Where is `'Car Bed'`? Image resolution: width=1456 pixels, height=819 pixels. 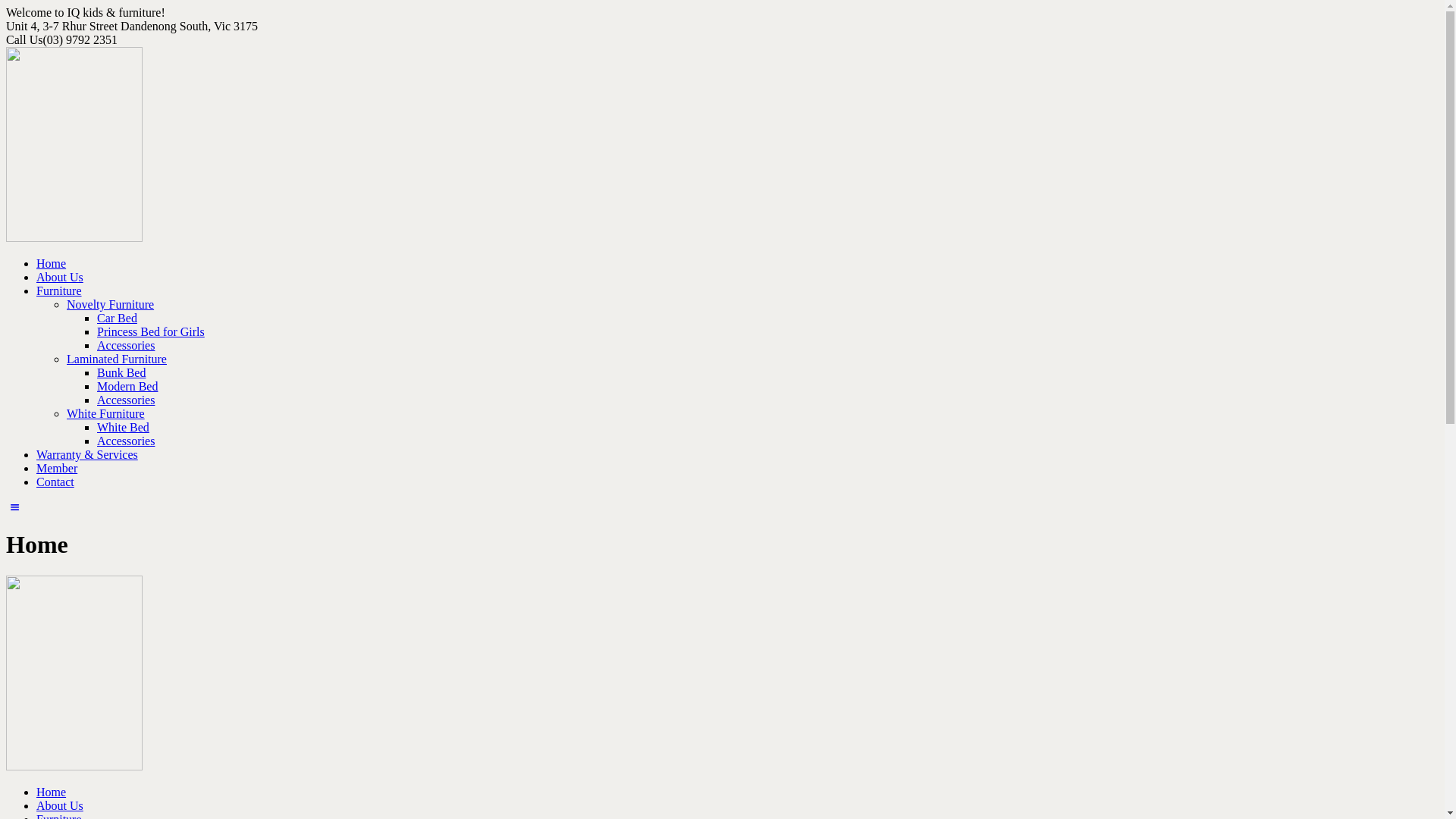
'Car Bed' is located at coordinates (116, 317).